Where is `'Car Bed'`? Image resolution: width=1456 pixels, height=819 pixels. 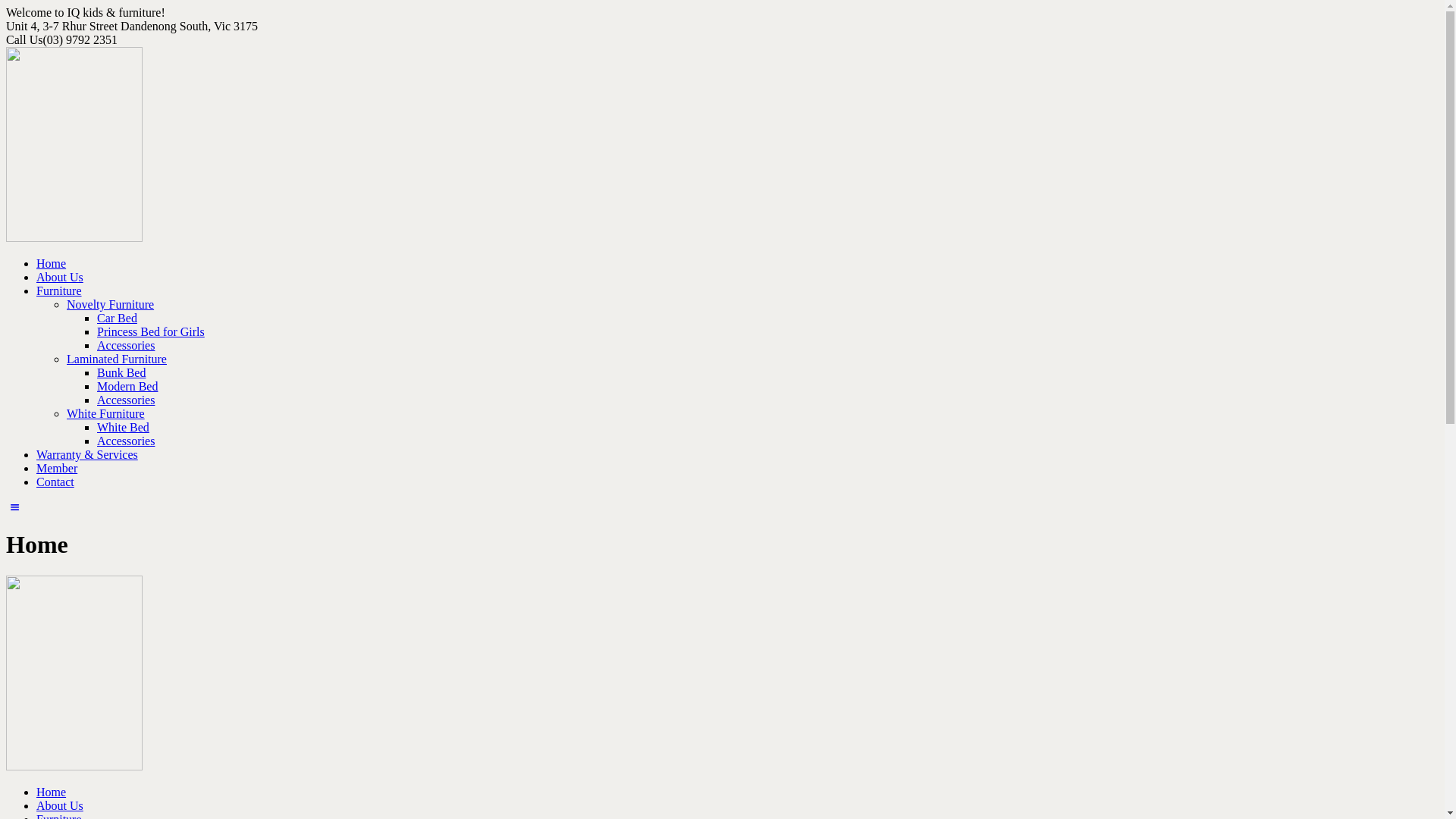
'Car Bed' is located at coordinates (116, 317).